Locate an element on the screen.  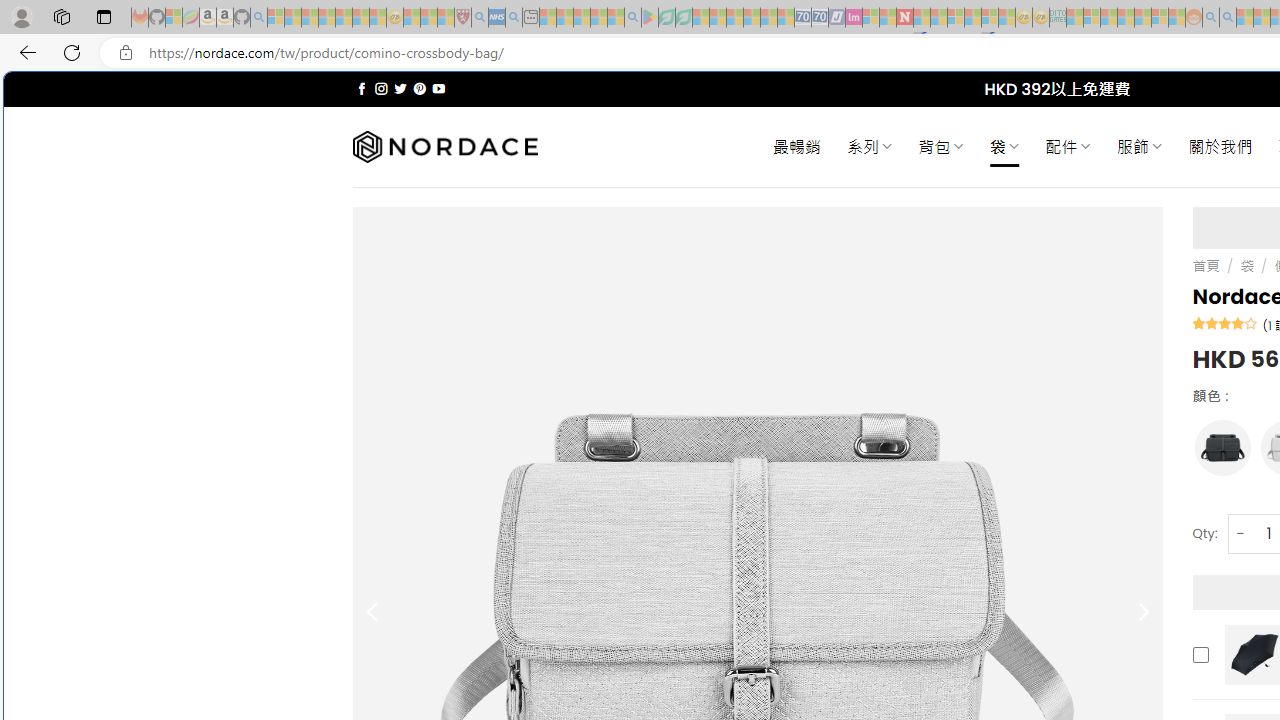
'Follow on Facebook' is located at coordinates (362, 88).